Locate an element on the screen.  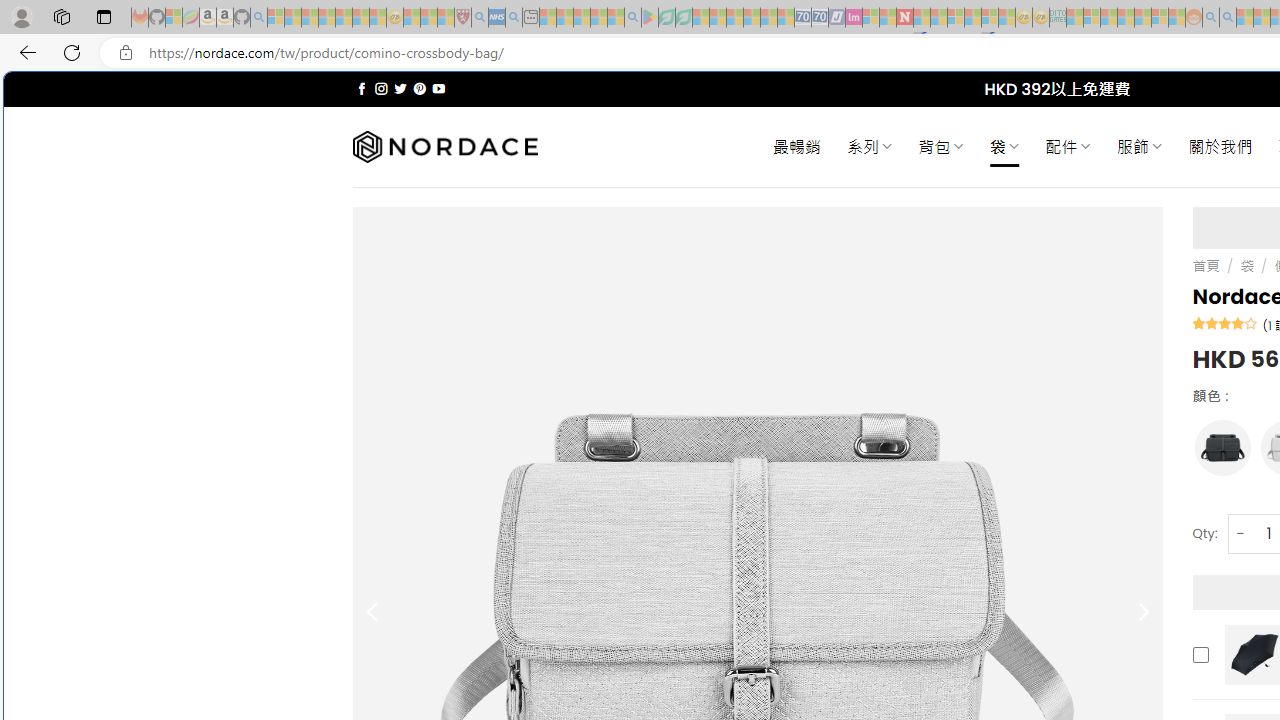
'Follow on Facebook' is located at coordinates (362, 88).